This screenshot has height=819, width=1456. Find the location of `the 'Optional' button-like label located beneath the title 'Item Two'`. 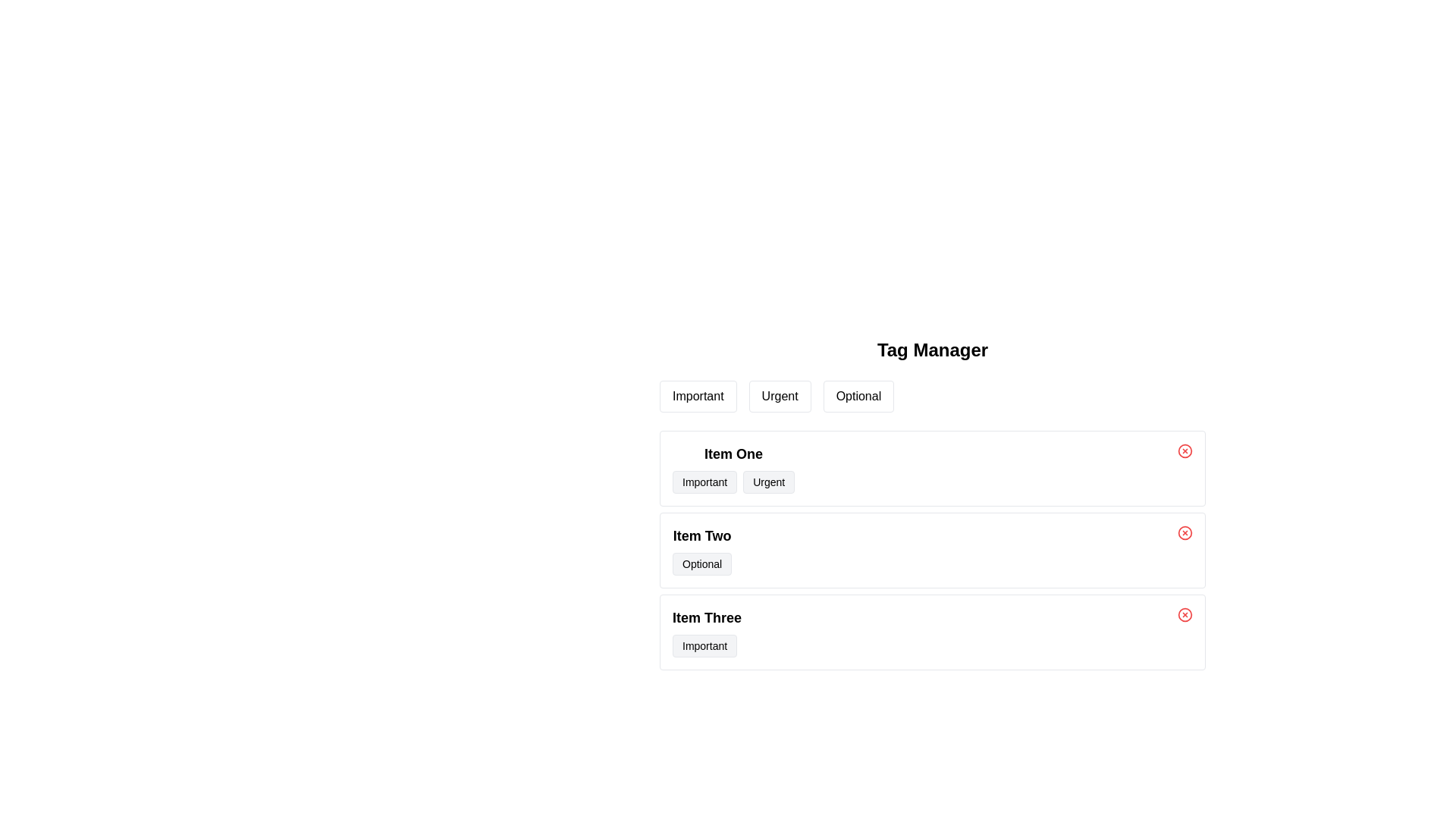

the 'Optional' button-like label located beneath the title 'Item Two' is located at coordinates (701, 564).